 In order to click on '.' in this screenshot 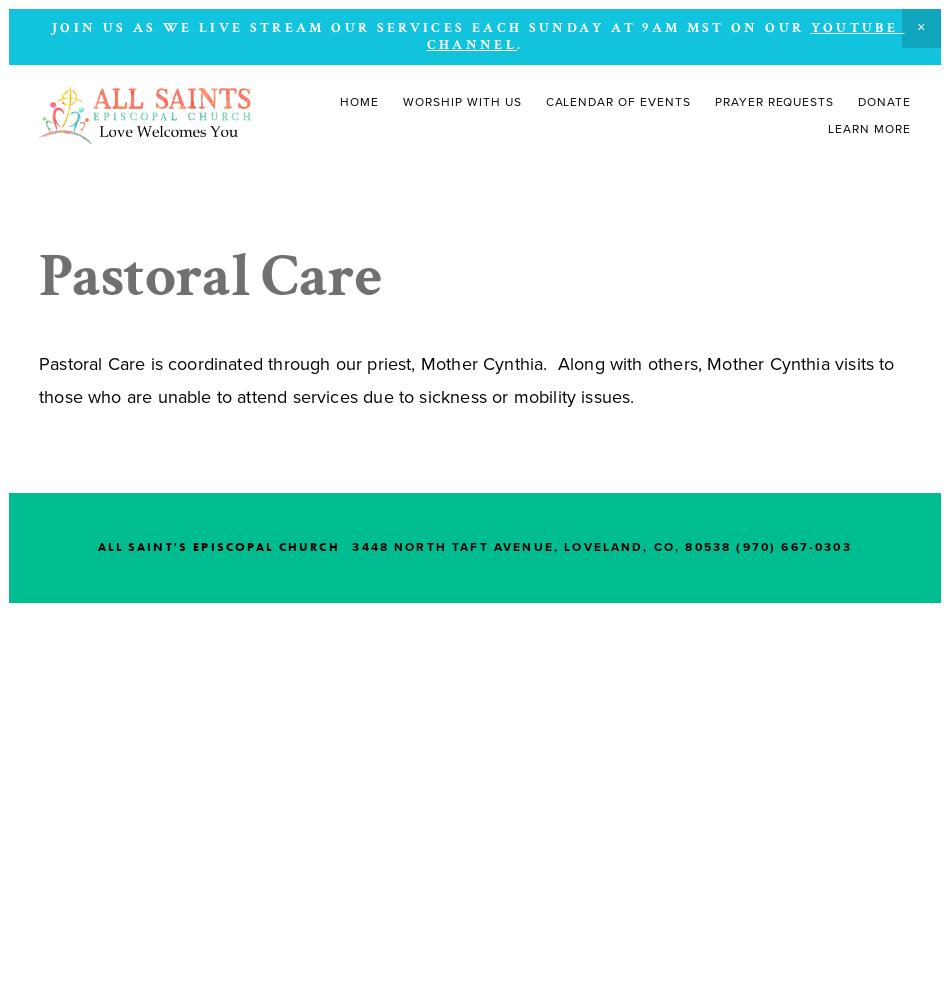, I will do `click(516, 44)`.